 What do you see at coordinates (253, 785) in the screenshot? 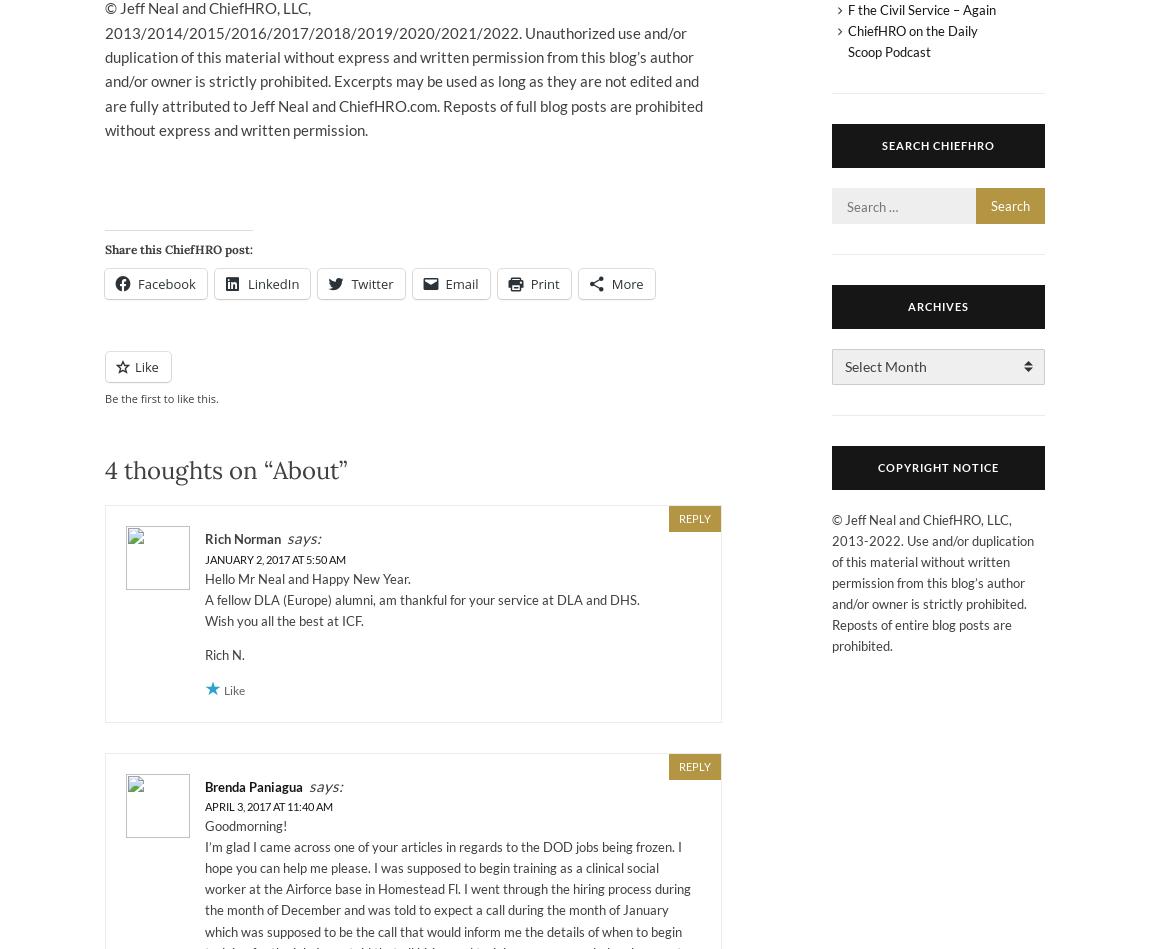
I see `'Brenda Paniagua'` at bounding box center [253, 785].